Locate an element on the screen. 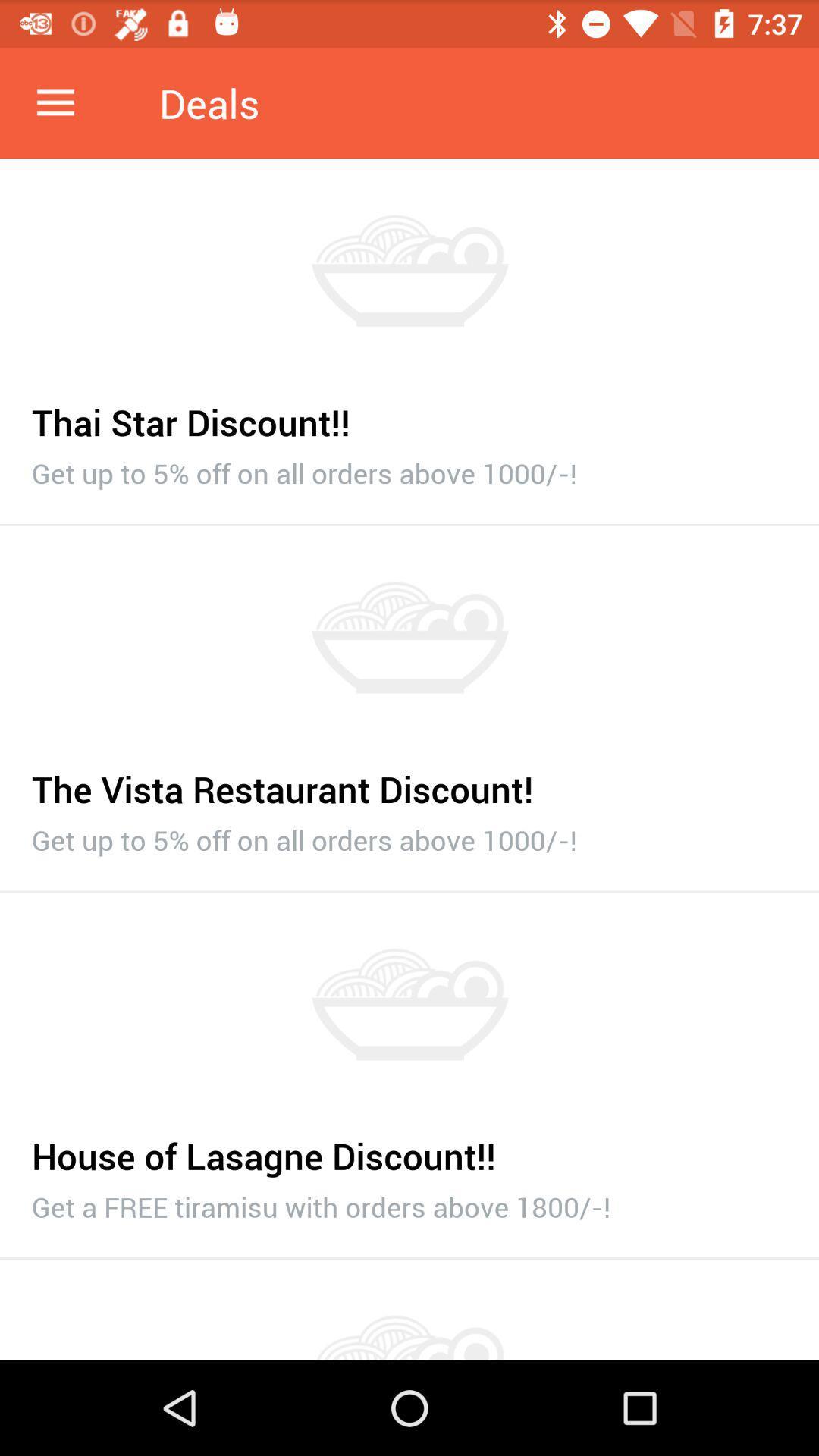  the item next to the deals is located at coordinates (55, 102).